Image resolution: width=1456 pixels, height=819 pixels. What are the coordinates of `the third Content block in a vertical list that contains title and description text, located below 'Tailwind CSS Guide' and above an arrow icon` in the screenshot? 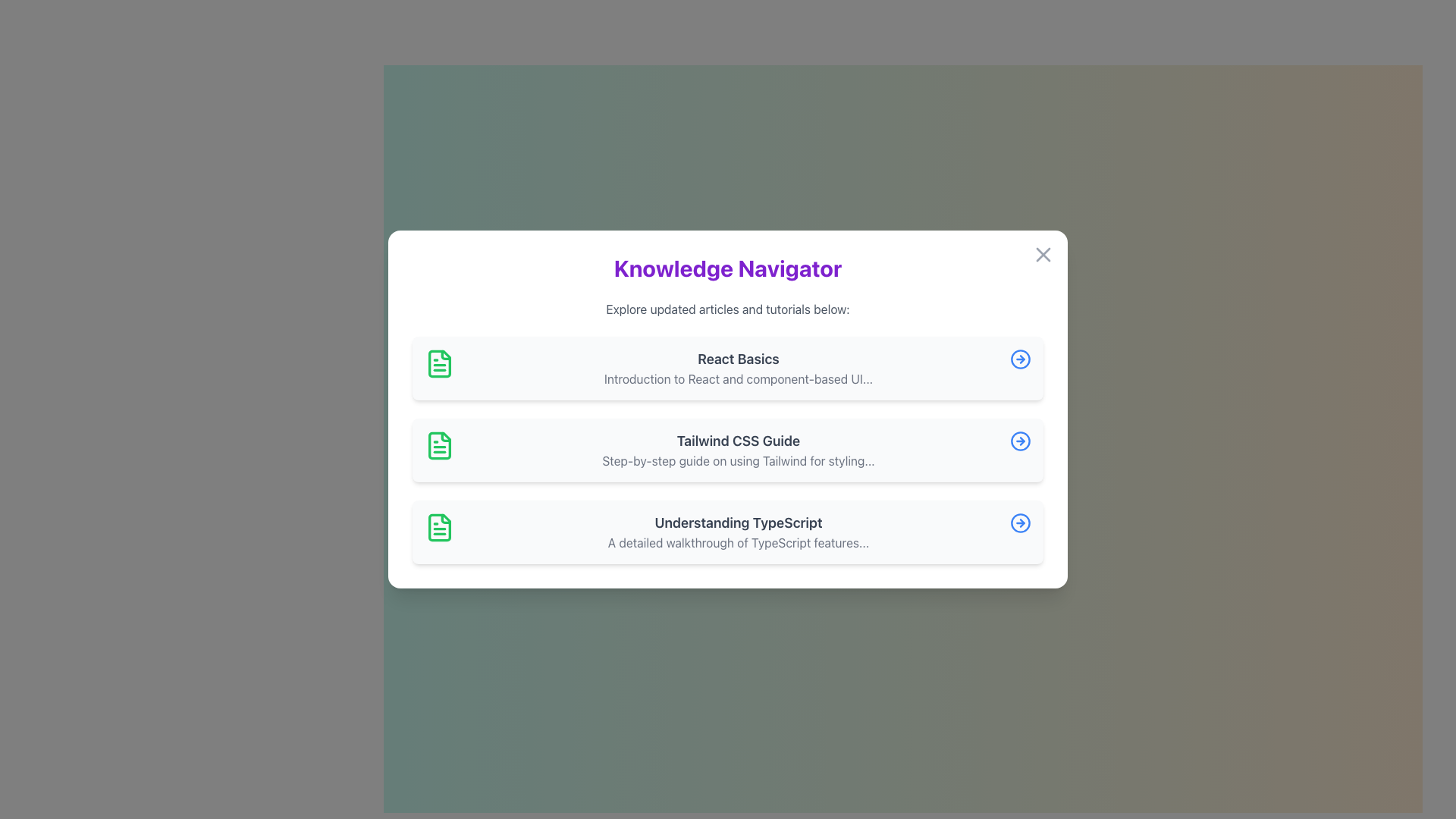 It's located at (739, 532).